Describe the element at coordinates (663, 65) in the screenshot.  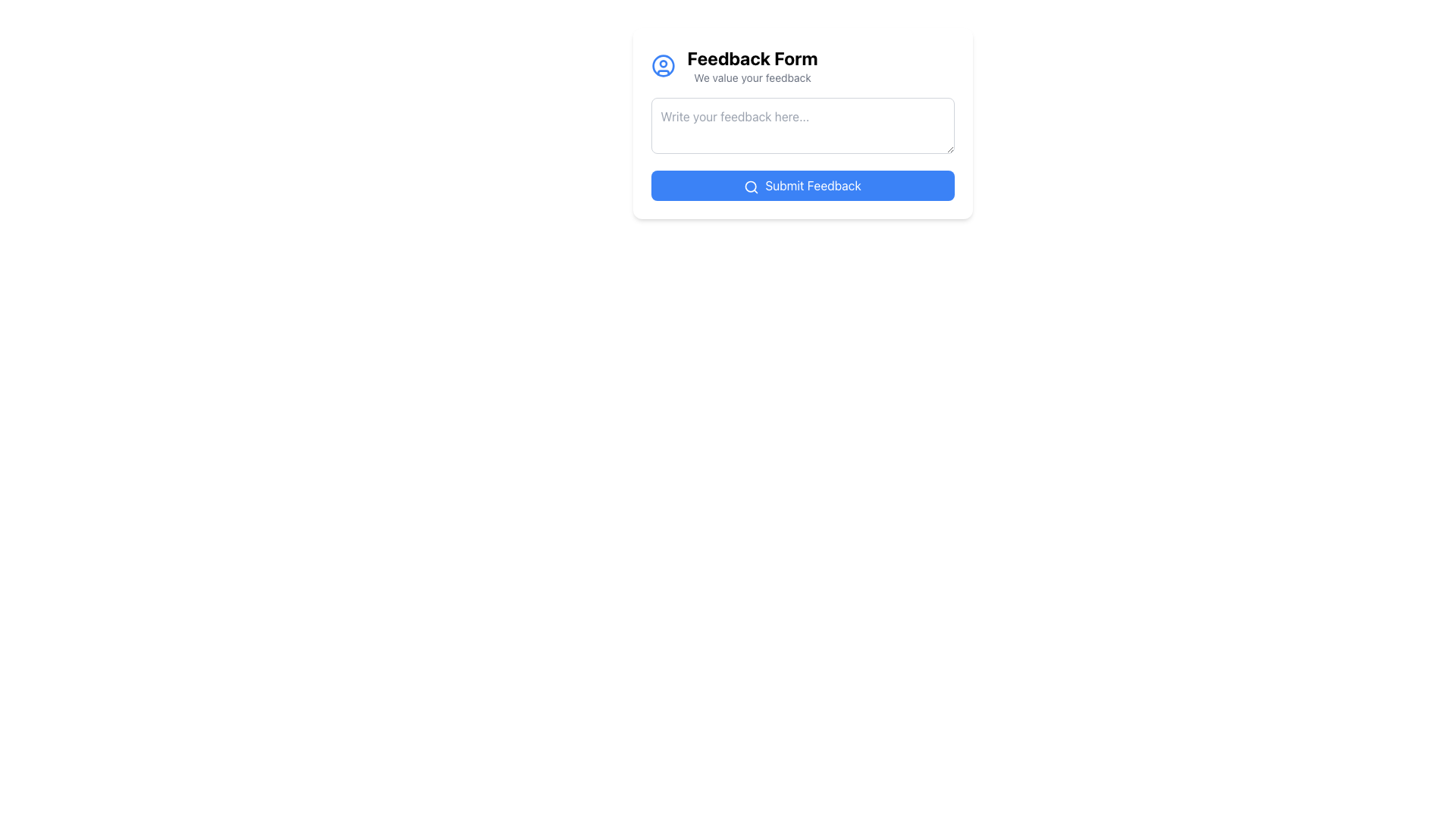
I see `the user profile icon represented by the SVG circle element located above the title 'Feedback Form'` at that location.